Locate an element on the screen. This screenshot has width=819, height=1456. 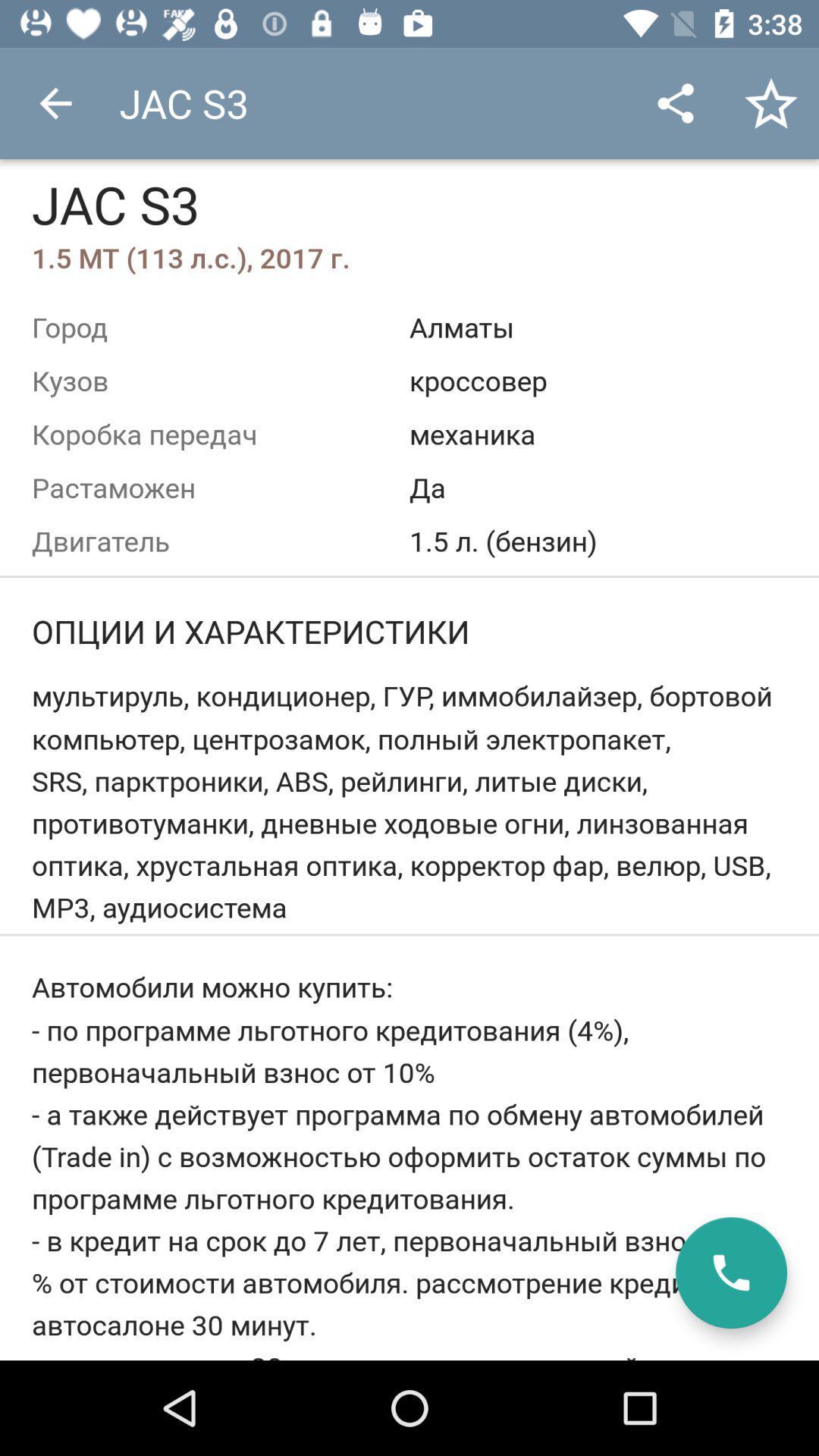
the item at the bottom right corner is located at coordinates (730, 1272).